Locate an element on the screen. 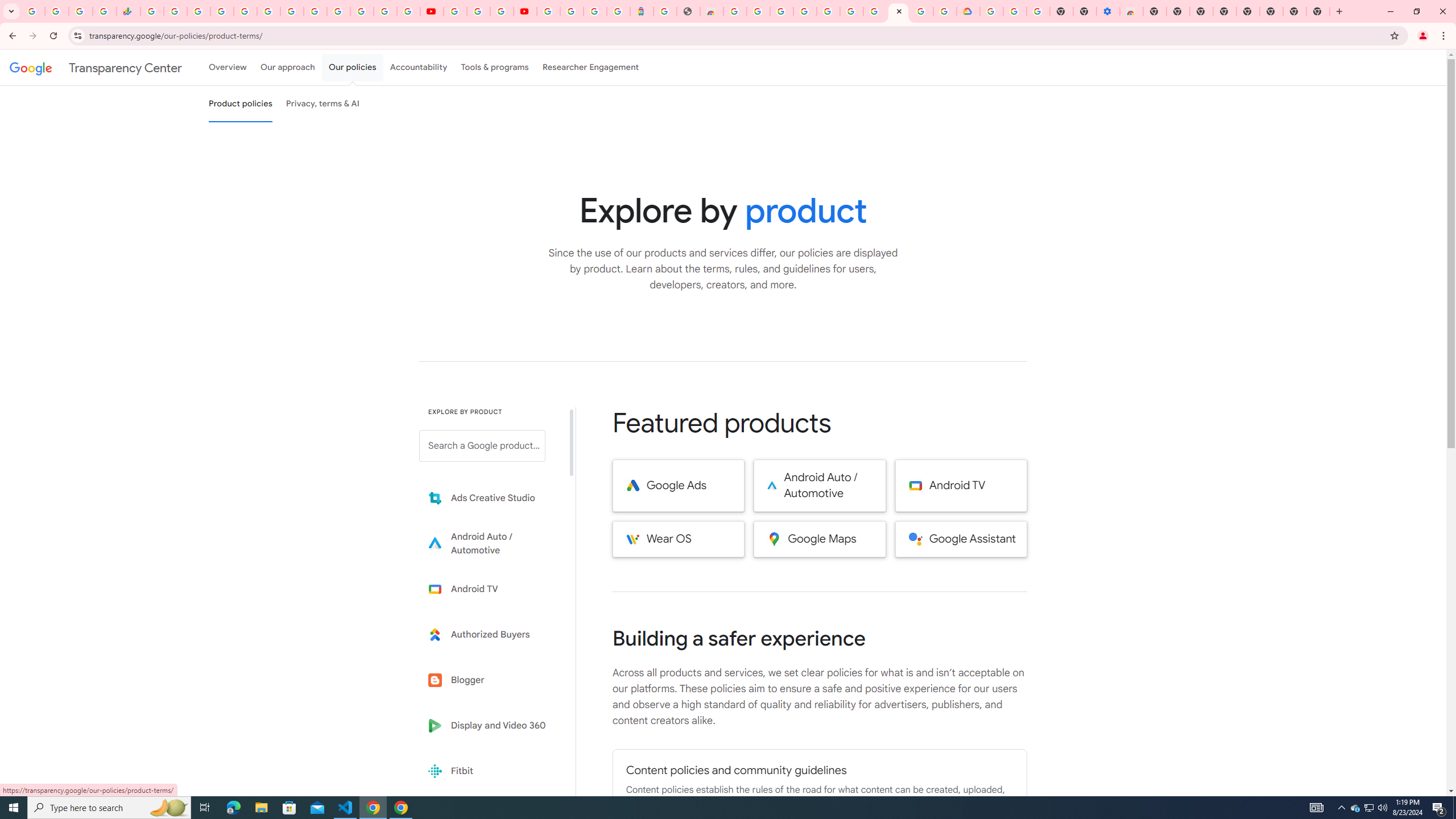  'Researcher Engagement' is located at coordinates (591, 67).